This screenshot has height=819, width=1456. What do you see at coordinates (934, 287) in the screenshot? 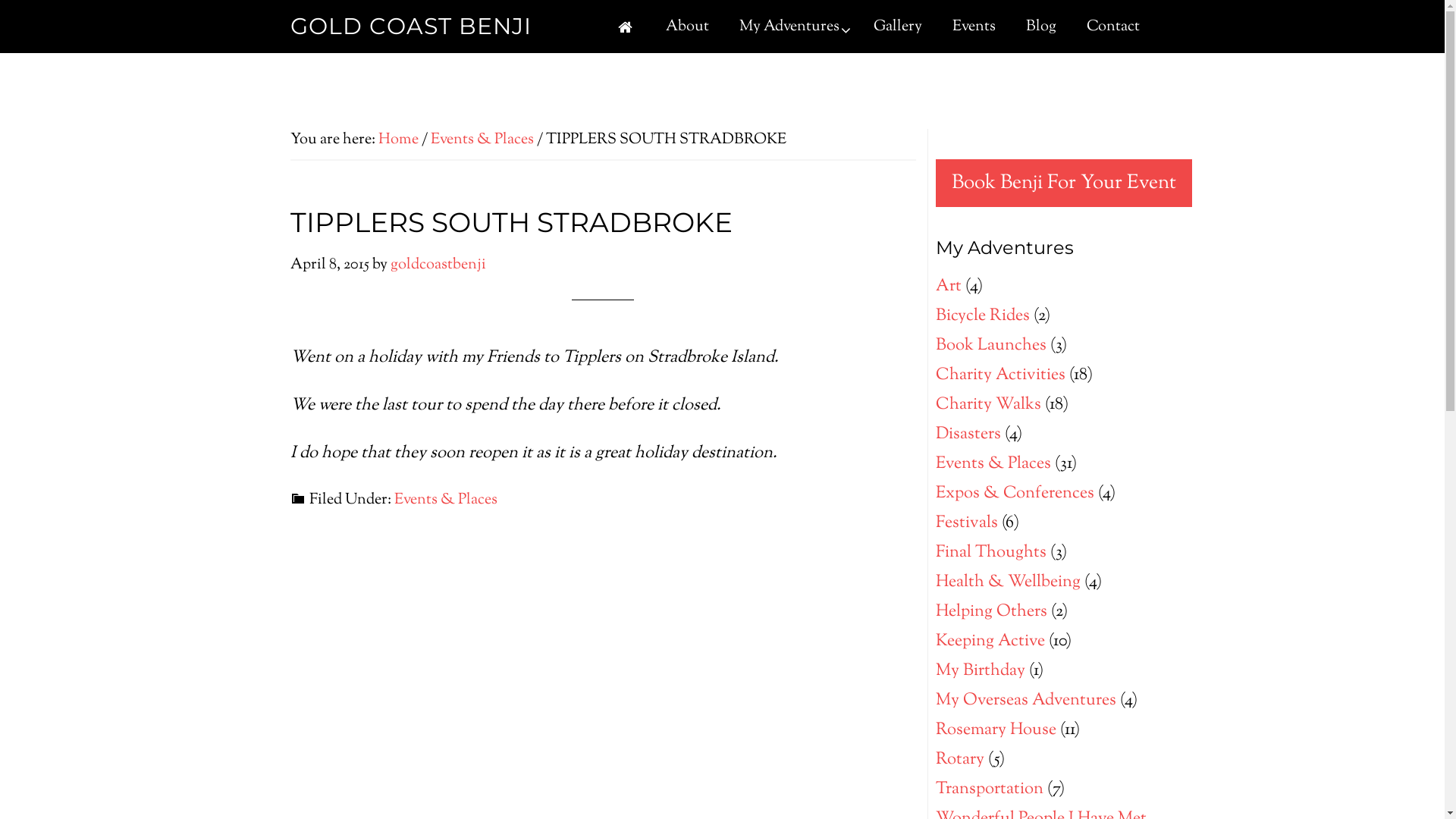
I see `'Art'` at bounding box center [934, 287].